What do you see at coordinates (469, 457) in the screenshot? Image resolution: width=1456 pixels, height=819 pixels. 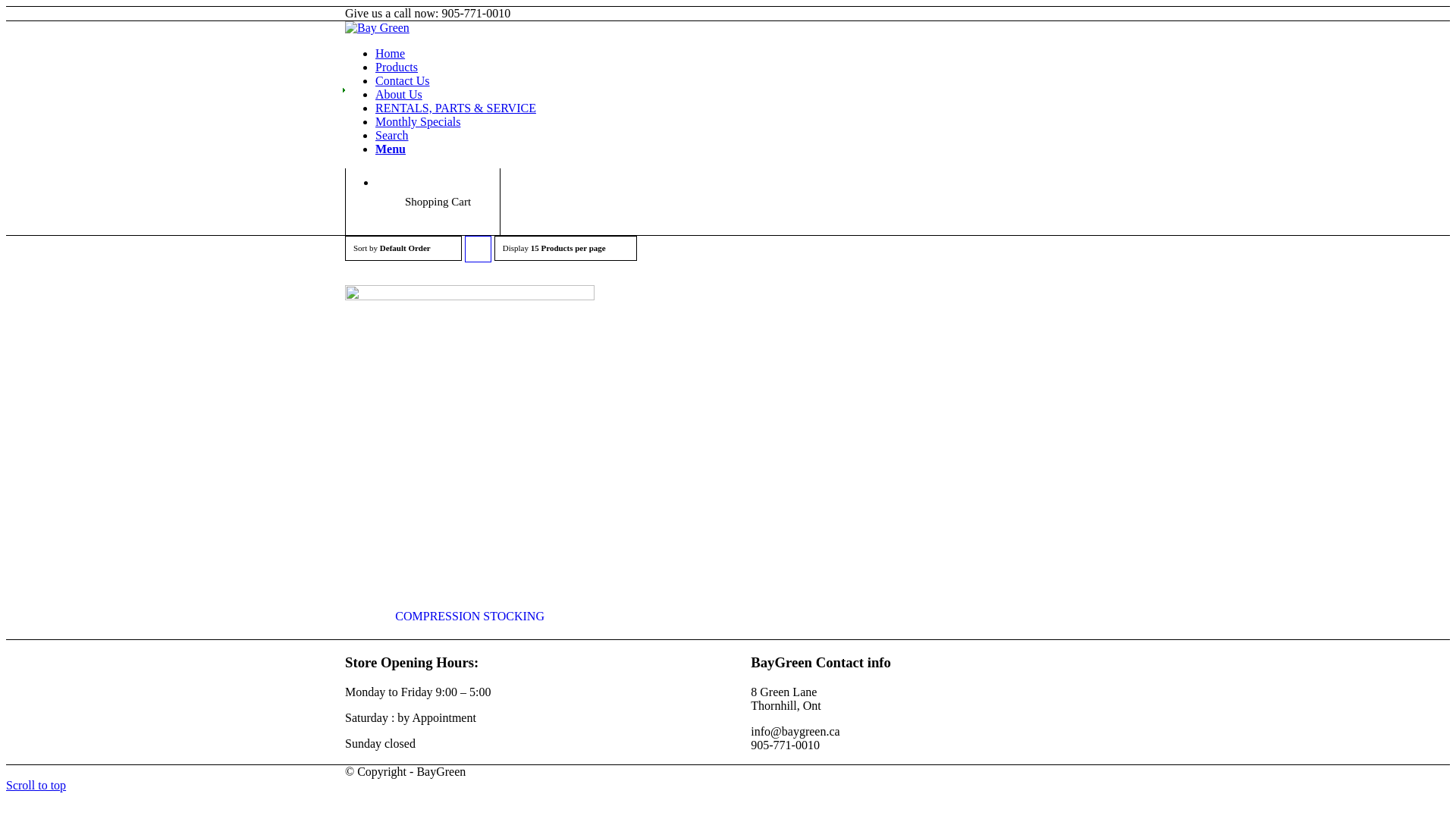 I see `'COMPRESSION STOCKING'` at bounding box center [469, 457].